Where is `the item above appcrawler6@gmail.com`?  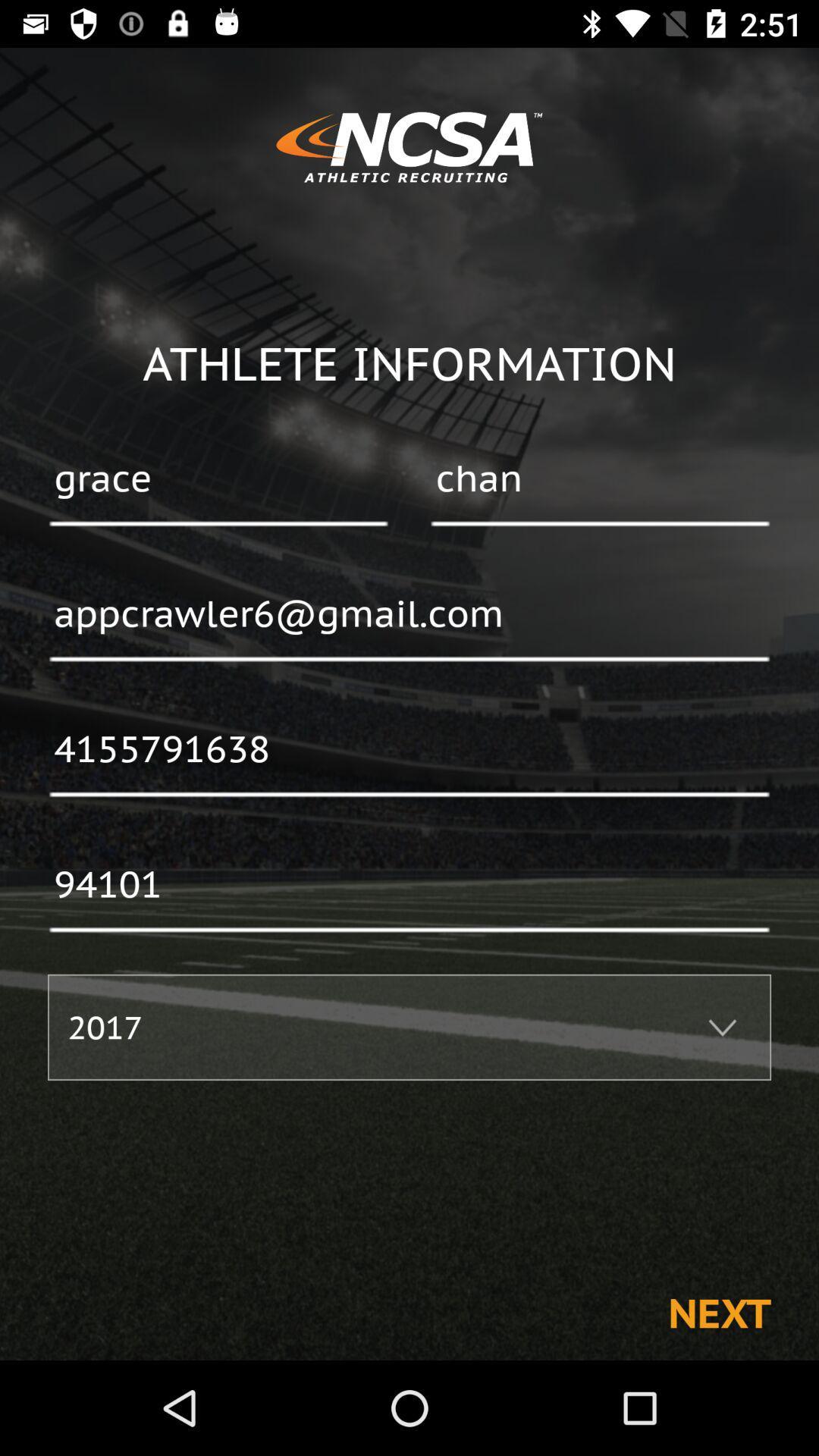 the item above appcrawler6@gmail.com is located at coordinates (218, 479).